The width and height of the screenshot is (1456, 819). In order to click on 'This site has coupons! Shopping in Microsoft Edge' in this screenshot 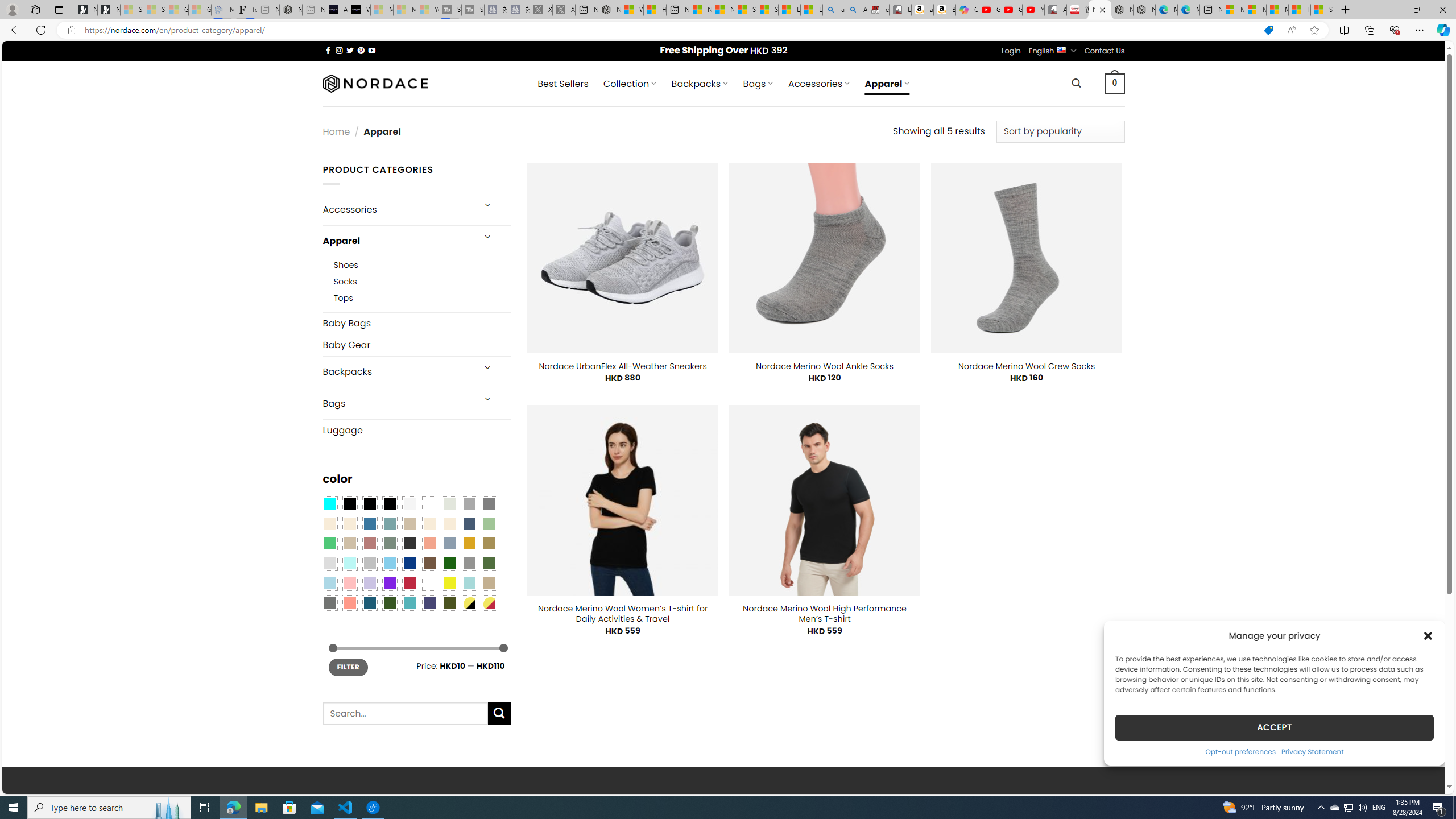, I will do `click(1268, 30)`.